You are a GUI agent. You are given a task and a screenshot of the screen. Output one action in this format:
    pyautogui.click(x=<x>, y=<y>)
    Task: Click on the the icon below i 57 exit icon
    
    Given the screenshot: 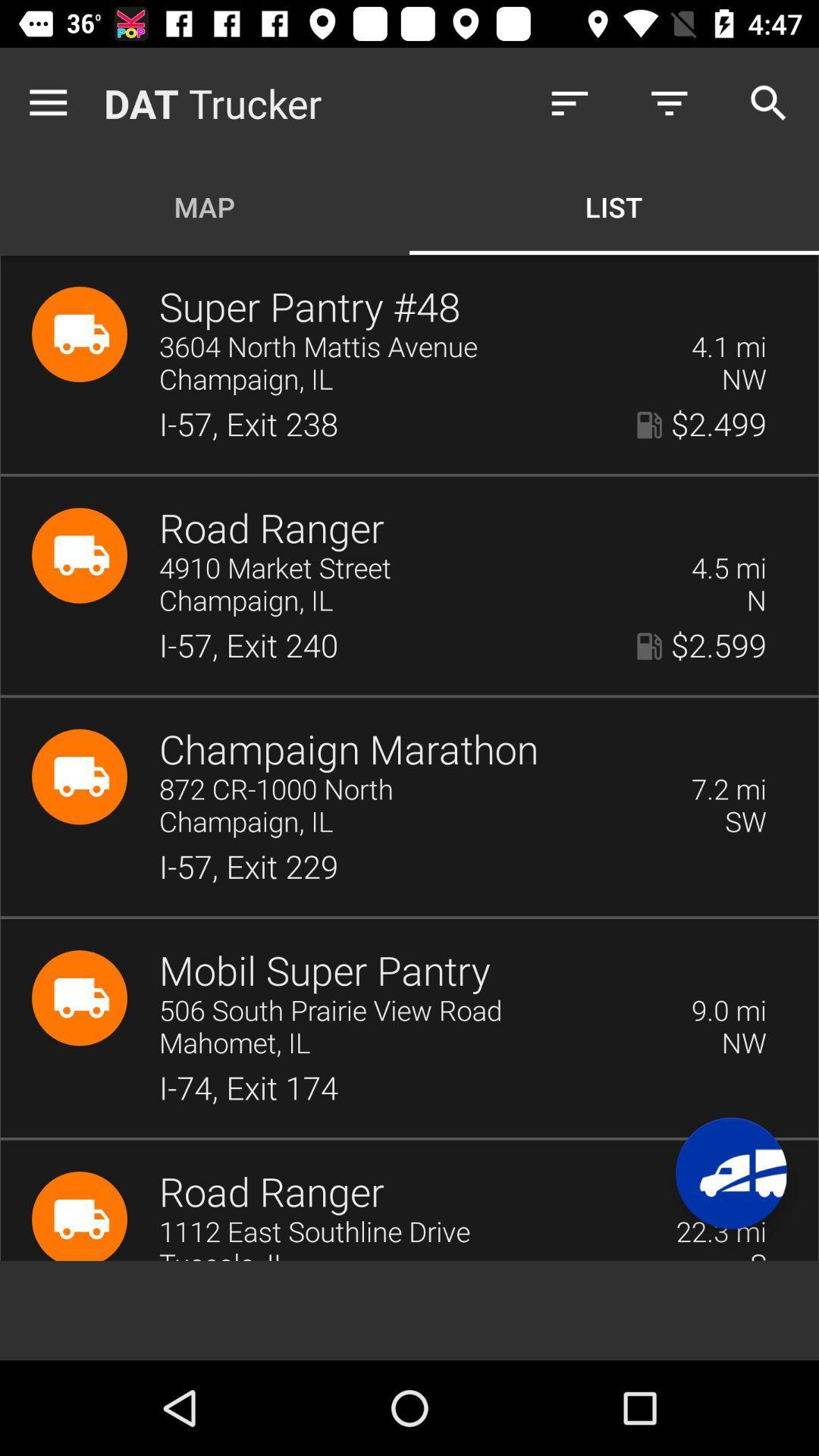 What is the action you would take?
    pyautogui.click(x=728, y=1011)
    